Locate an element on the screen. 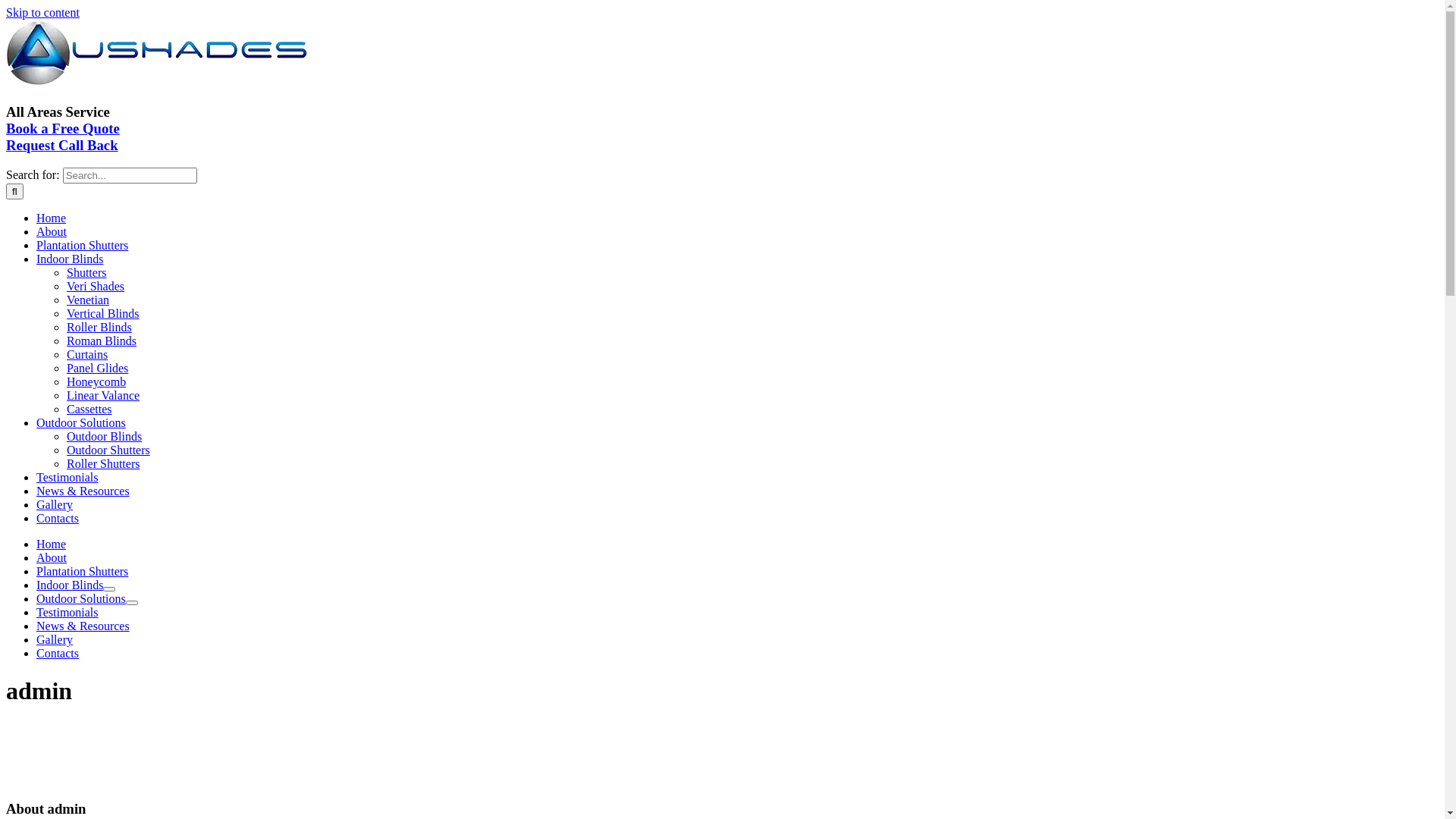  'Home' is located at coordinates (51, 218).